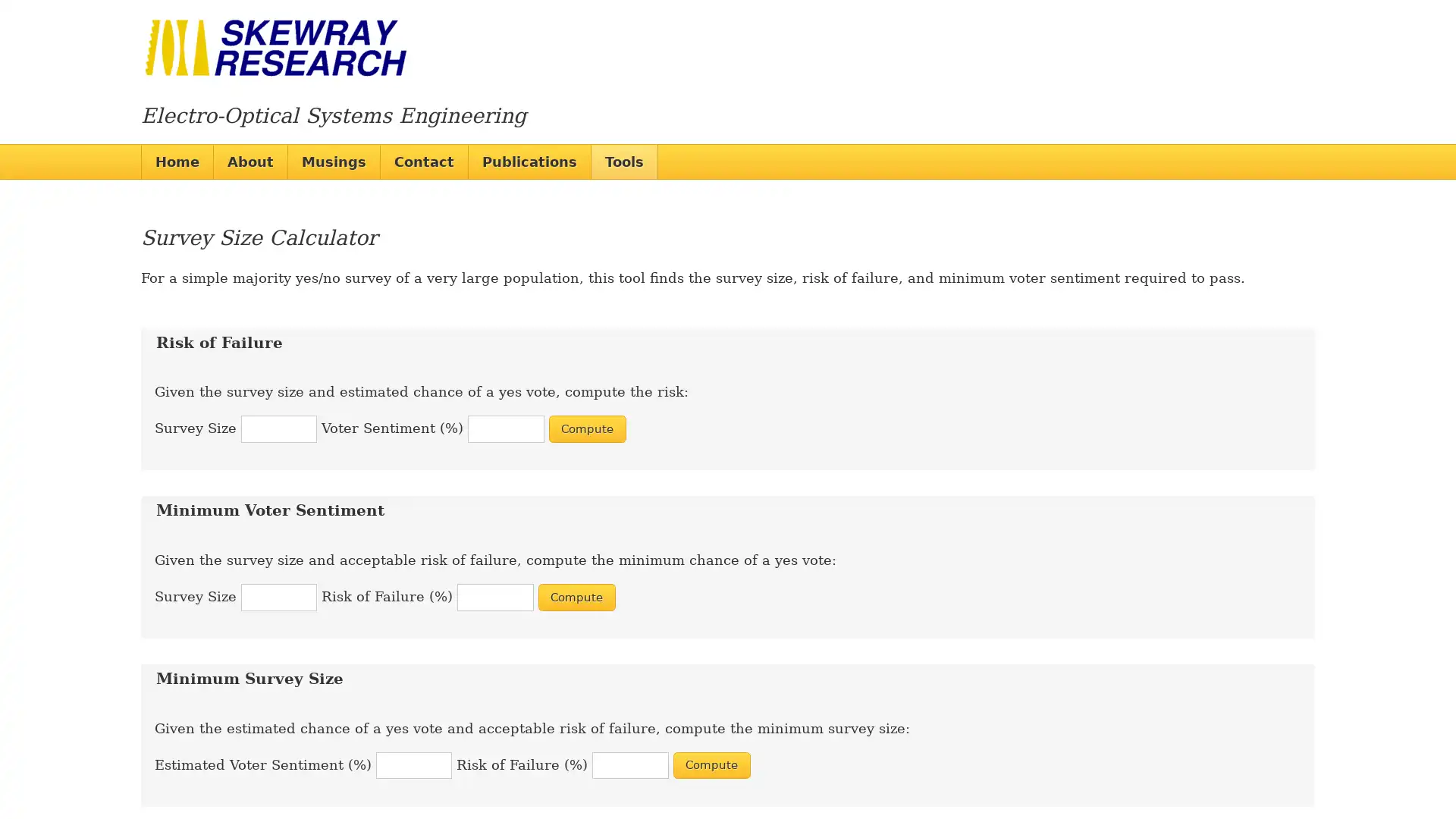 The width and height of the screenshot is (1456, 819). Describe the element at coordinates (585, 428) in the screenshot. I see `Compute` at that location.